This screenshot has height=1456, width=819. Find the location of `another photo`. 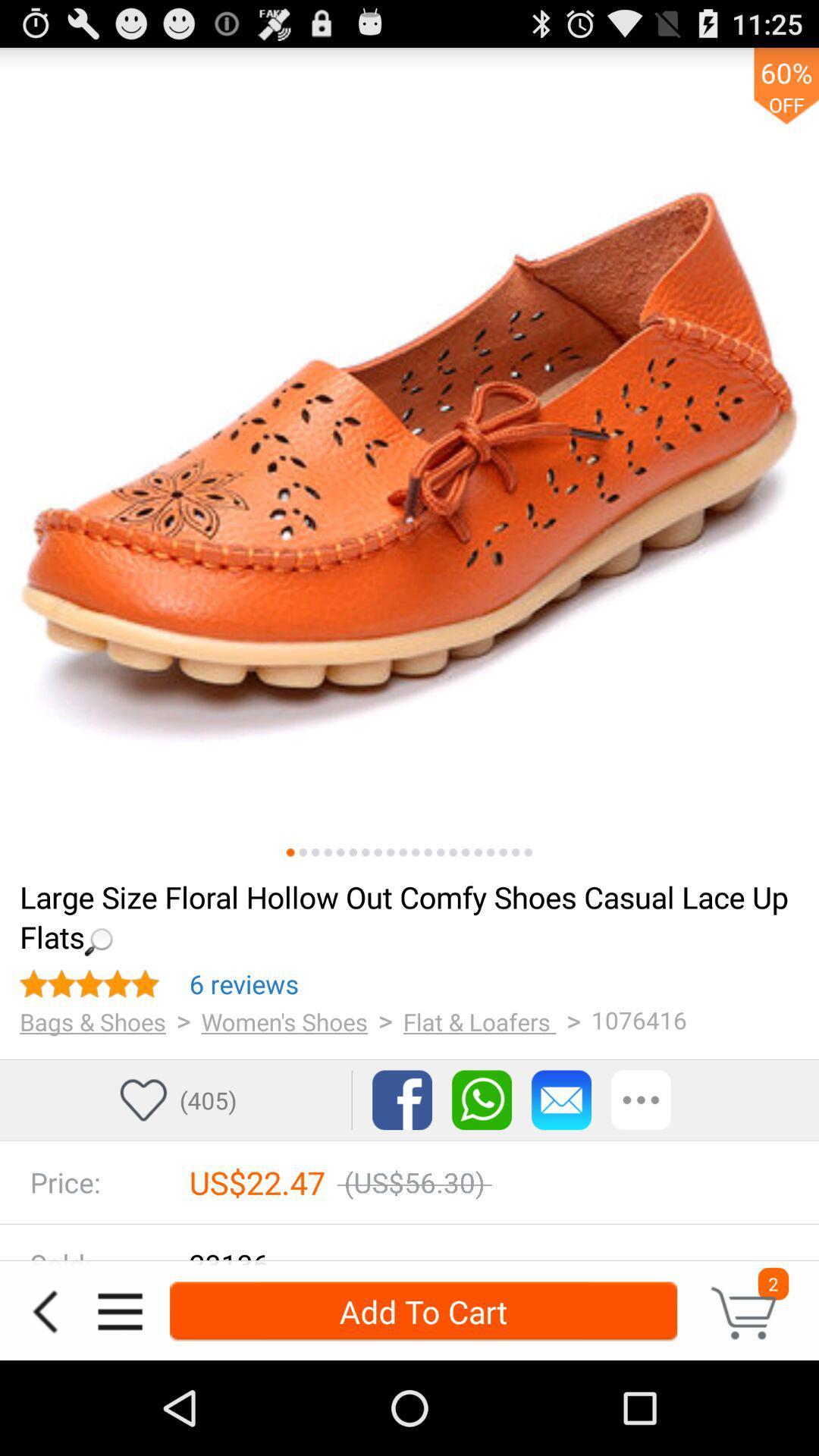

another photo is located at coordinates (527, 852).